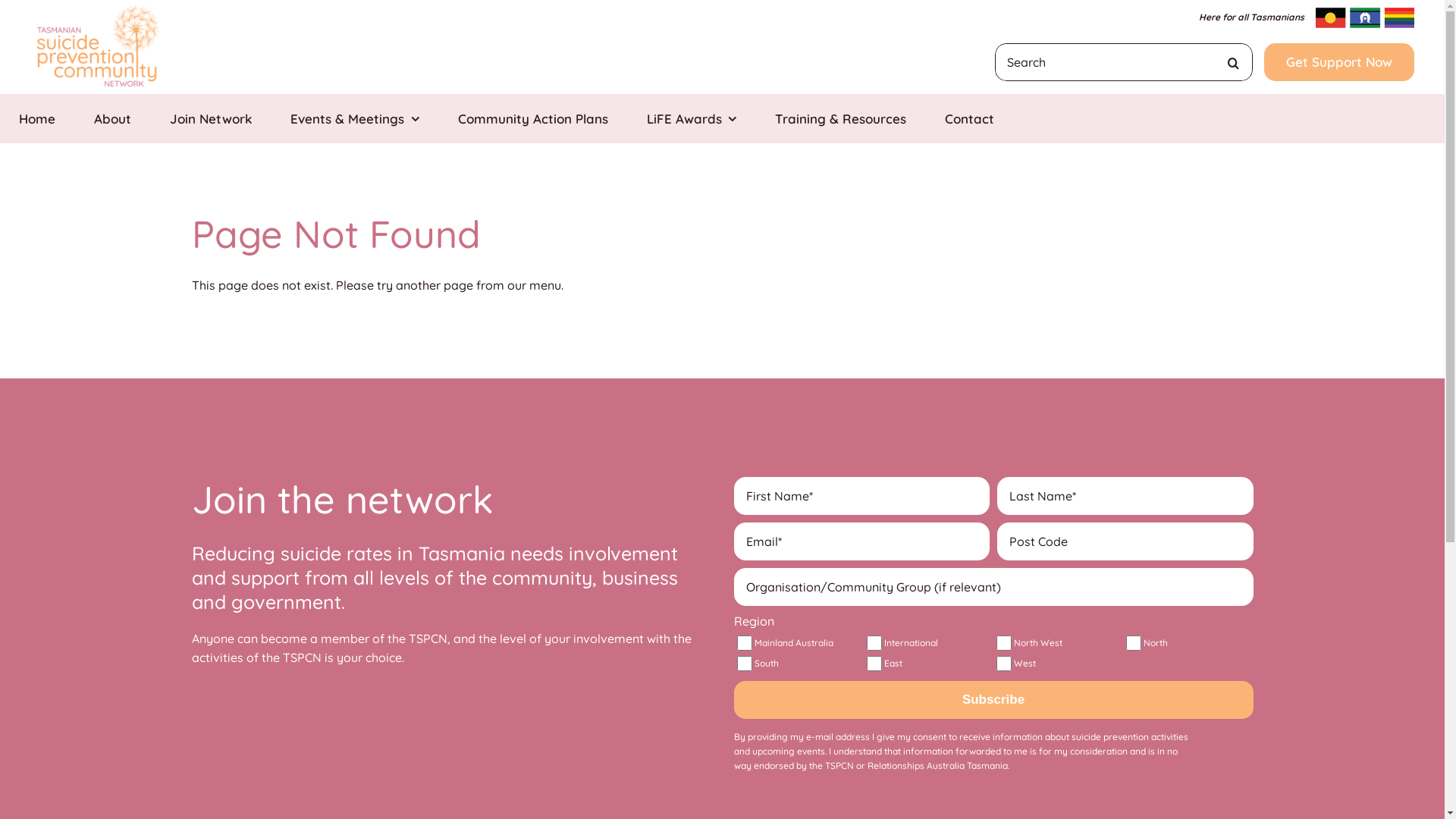  What do you see at coordinates (353, 118) in the screenshot?
I see `'Events & Meetings'` at bounding box center [353, 118].